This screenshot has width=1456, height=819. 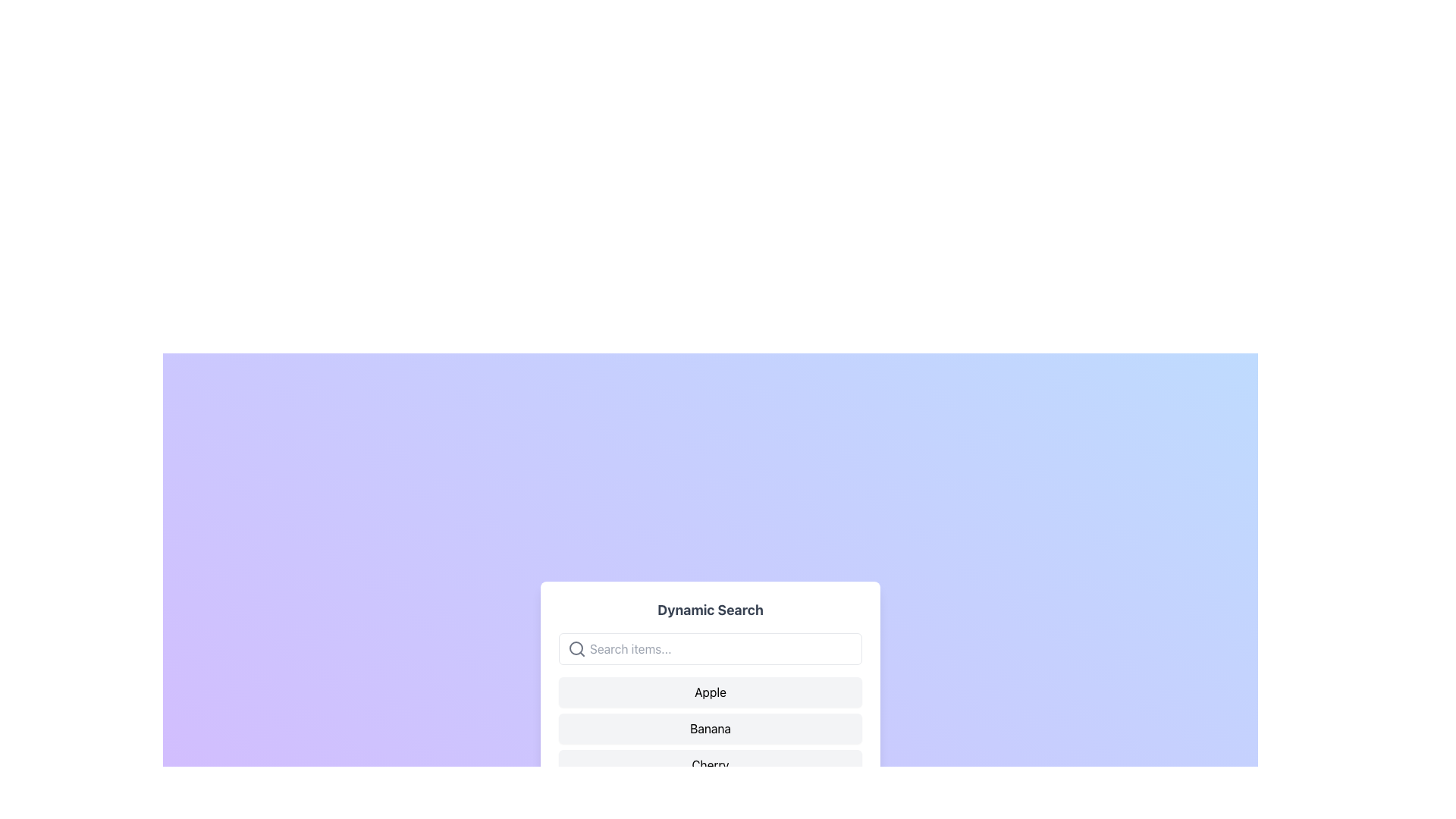 I want to click on the second selectable item in the dynamic search results list, located below the 'Apple' element and above the 'Cherry' element, so click(x=709, y=727).